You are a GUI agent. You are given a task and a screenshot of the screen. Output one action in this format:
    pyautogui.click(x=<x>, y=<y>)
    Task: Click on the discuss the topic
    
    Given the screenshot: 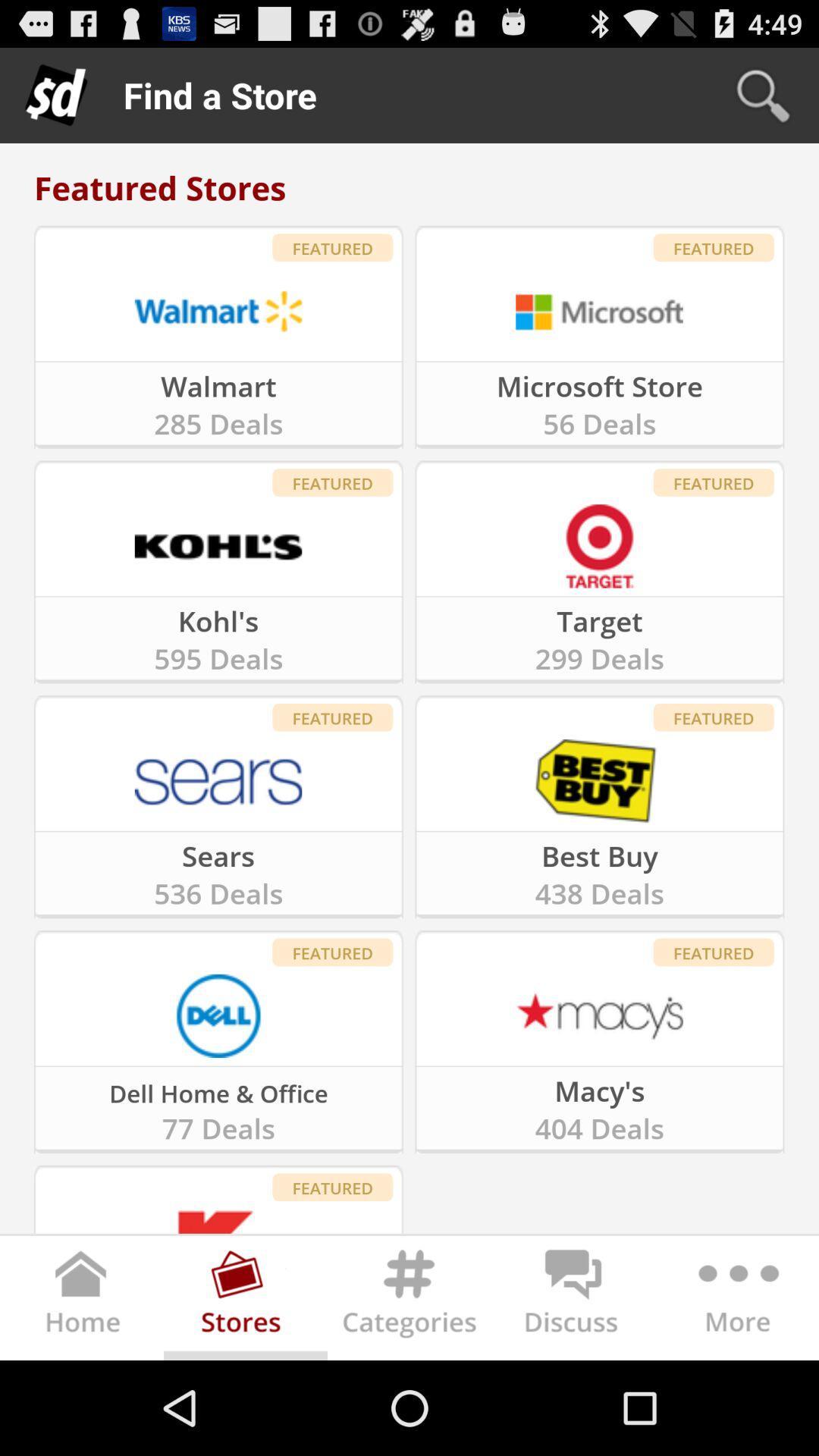 What is the action you would take?
    pyautogui.click(x=573, y=1301)
    